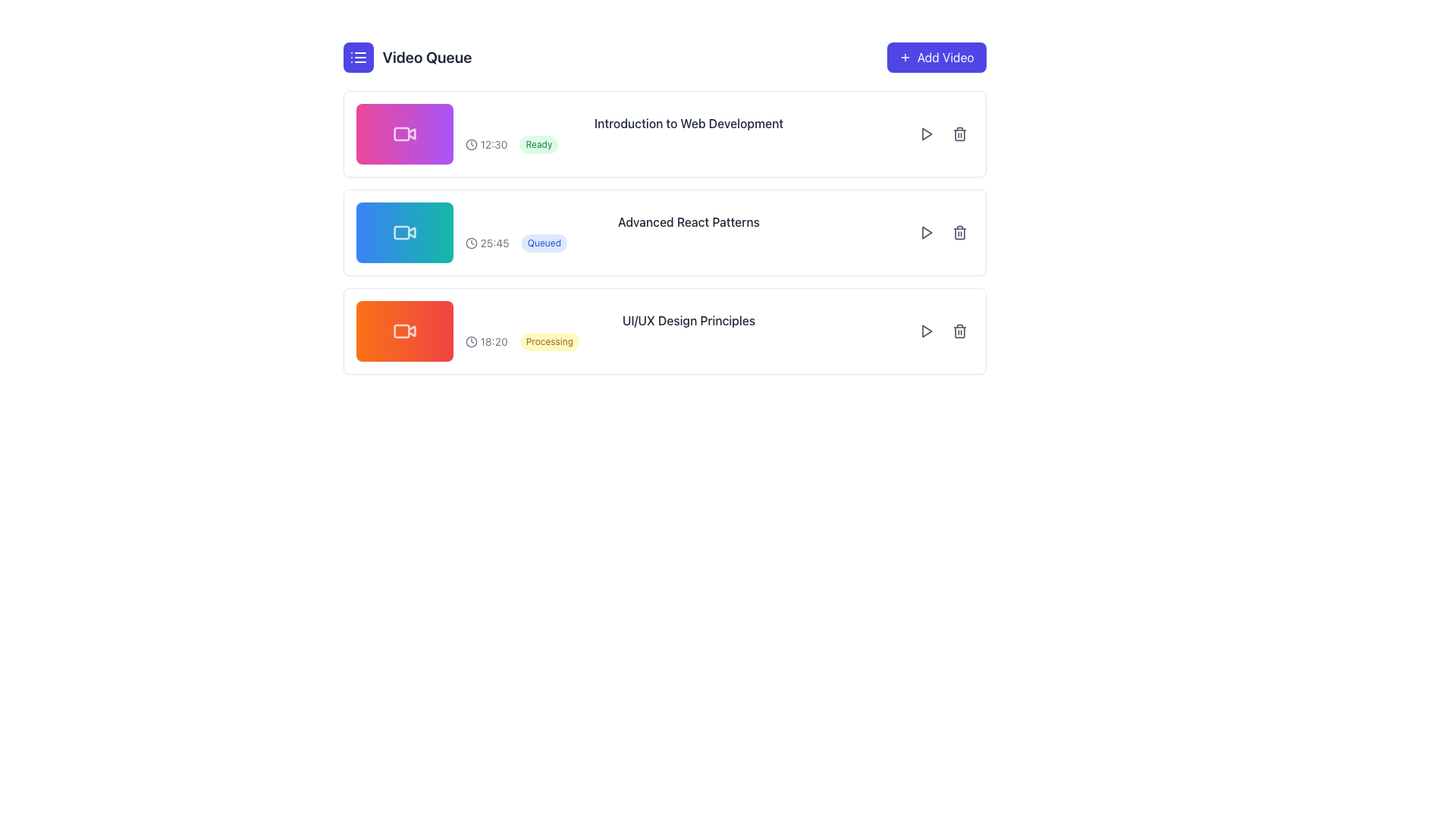 This screenshot has width=1456, height=819. Describe the element at coordinates (905, 57) in the screenshot. I see `the plus sign icon located within the 'Add Video' button, which has a blue background and white text, positioned towards the top-right corner of the interface` at that location.